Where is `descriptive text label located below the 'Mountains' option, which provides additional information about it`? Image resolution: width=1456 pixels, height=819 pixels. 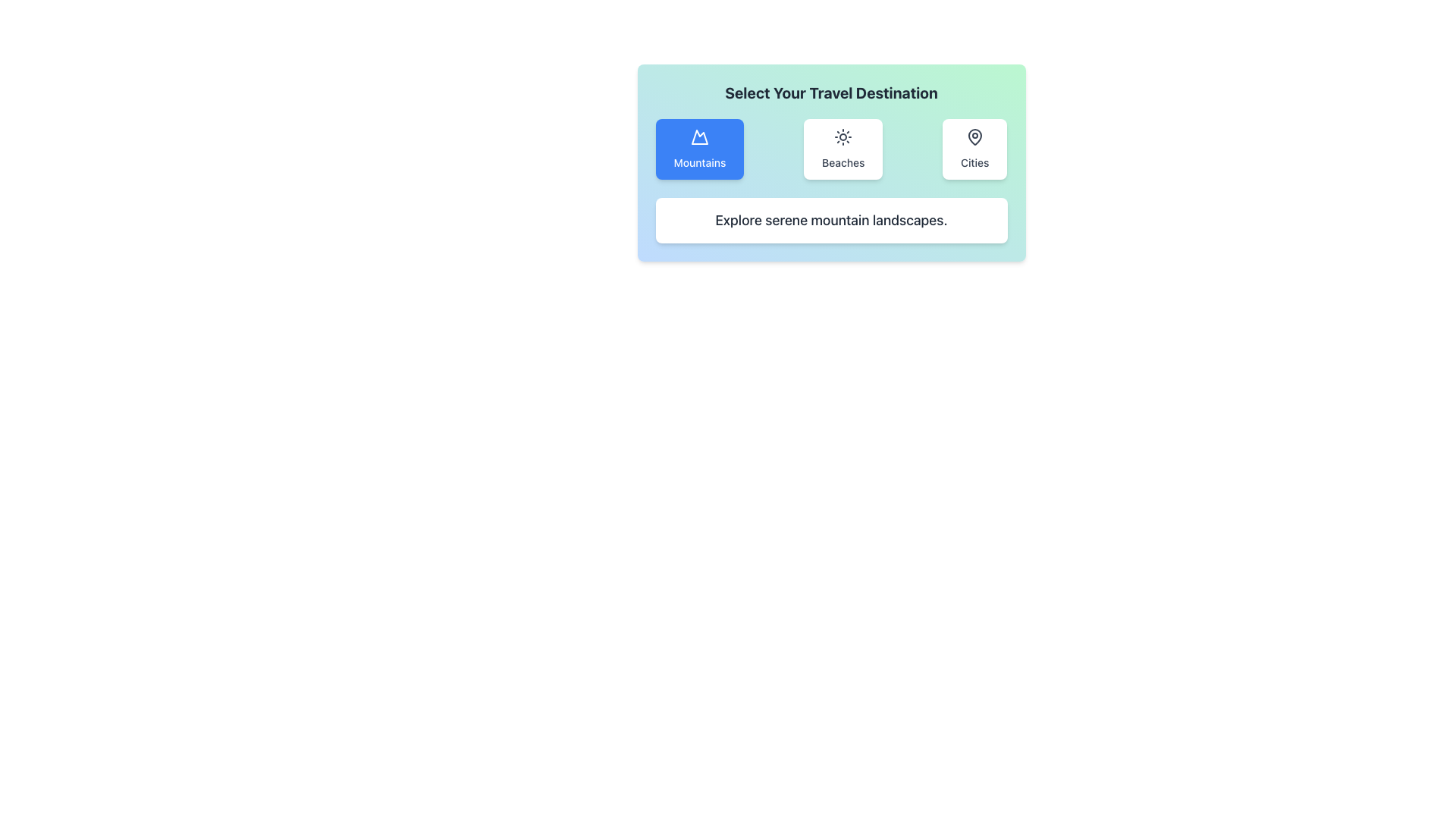
descriptive text label located below the 'Mountains' option, which provides additional information about it is located at coordinates (830, 220).